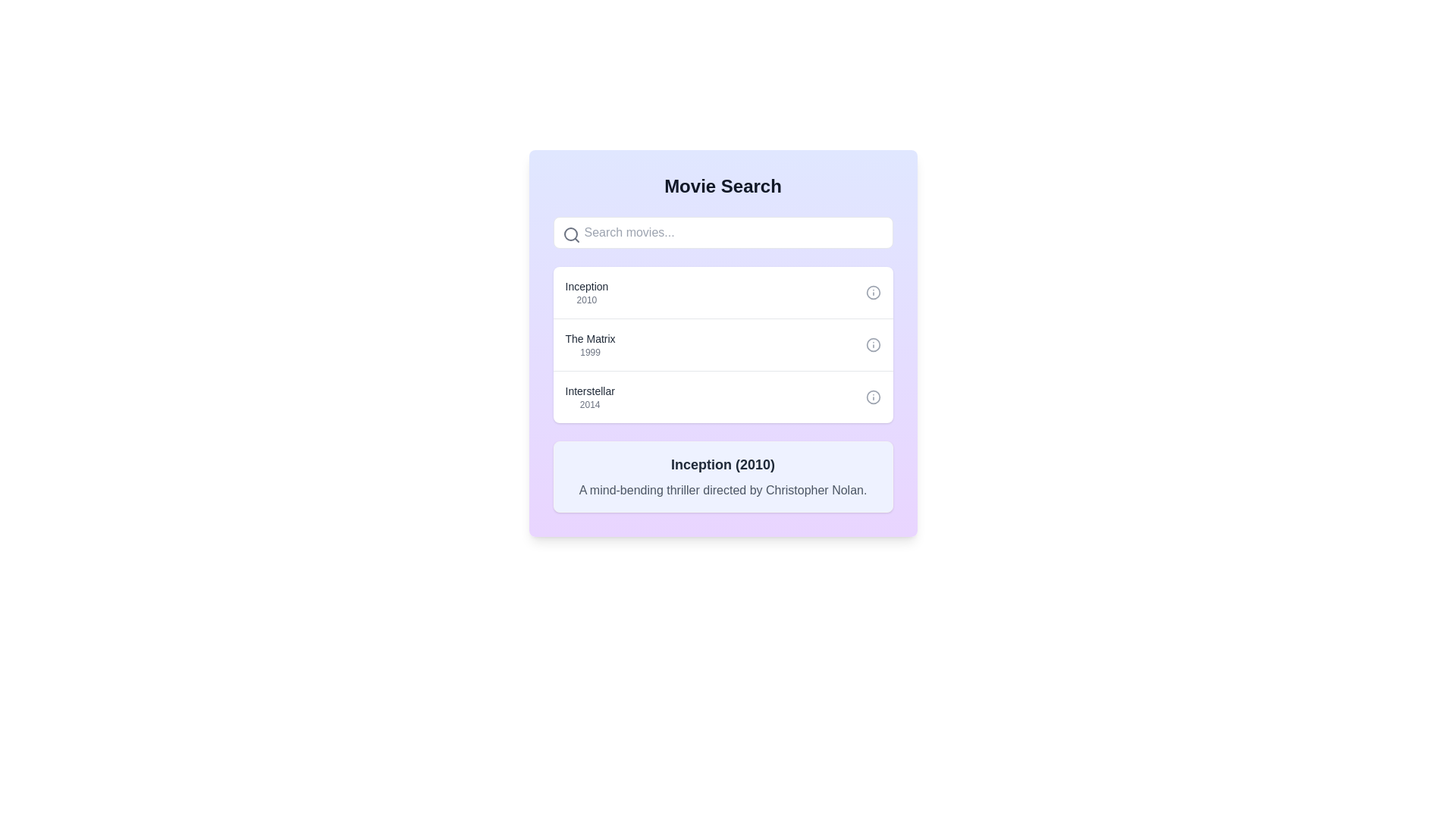  What do you see at coordinates (722, 396) in the screenshot?
I see `to select the movie entry for 'Interstellar' from the list, which is the third item displayed below 'Inception' and 'The Matrix'` at bounding box center [722, 396].